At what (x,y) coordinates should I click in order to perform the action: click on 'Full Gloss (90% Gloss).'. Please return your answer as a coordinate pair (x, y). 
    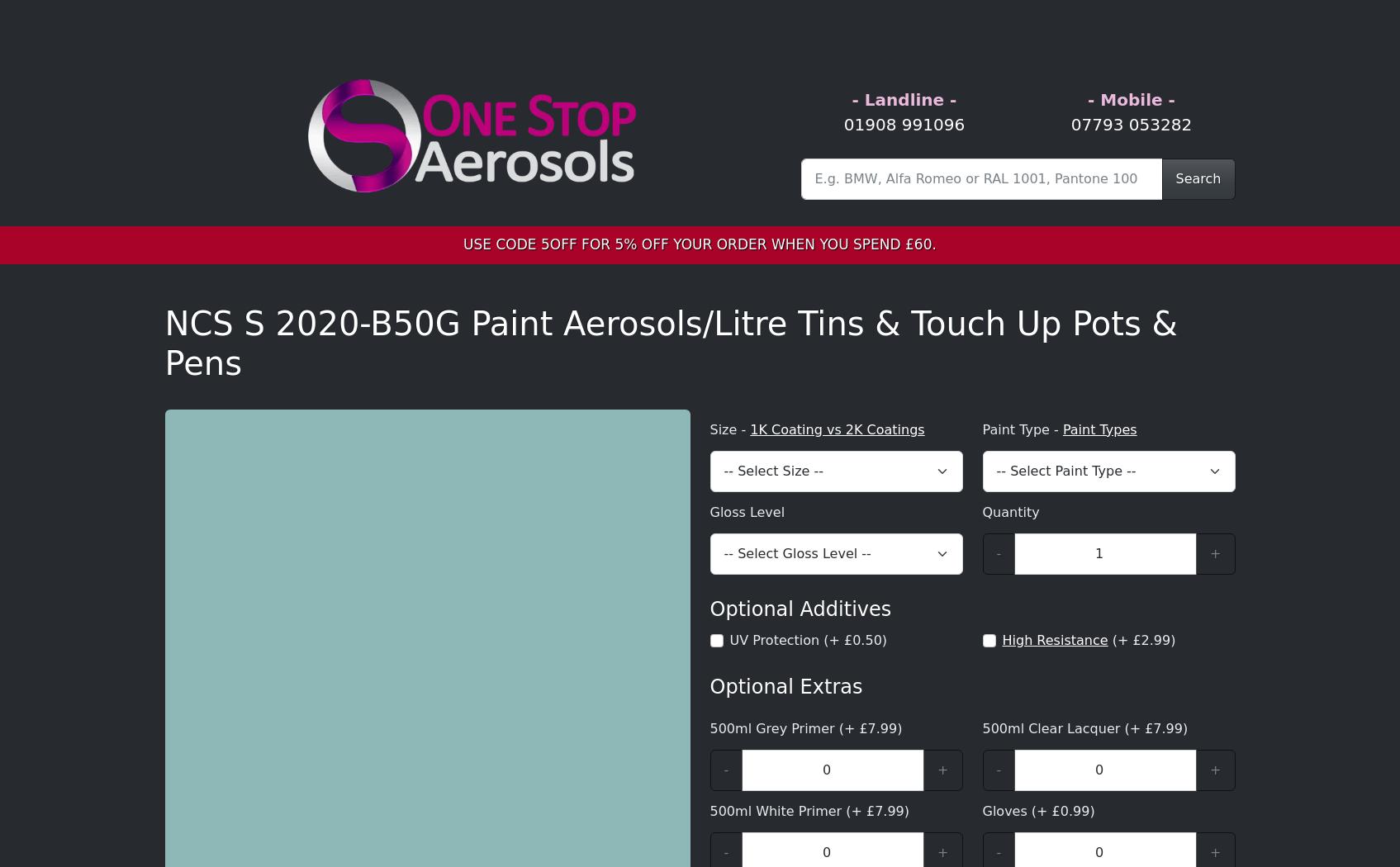
    Looking at the image, I should click on (933, 486).